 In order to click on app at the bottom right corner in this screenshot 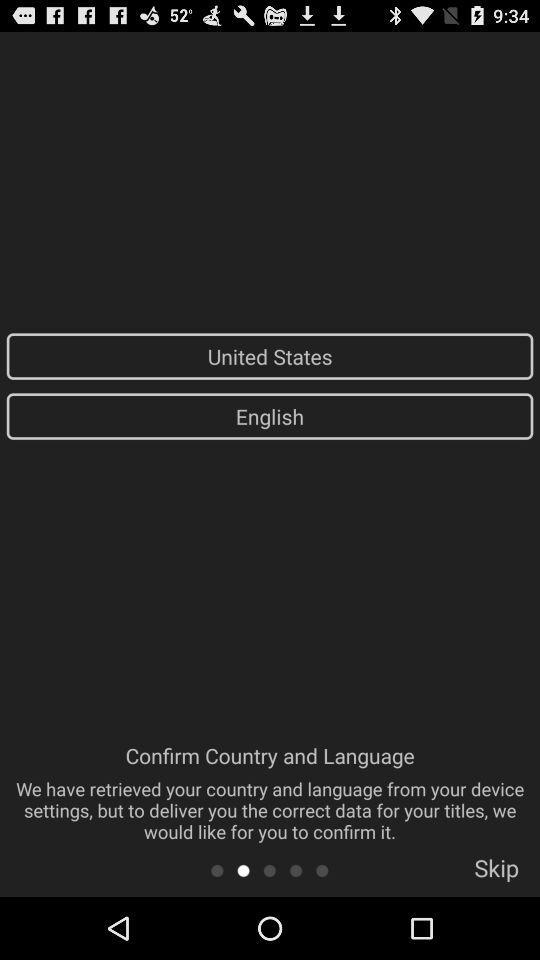, I will do `click(495, 873)`.